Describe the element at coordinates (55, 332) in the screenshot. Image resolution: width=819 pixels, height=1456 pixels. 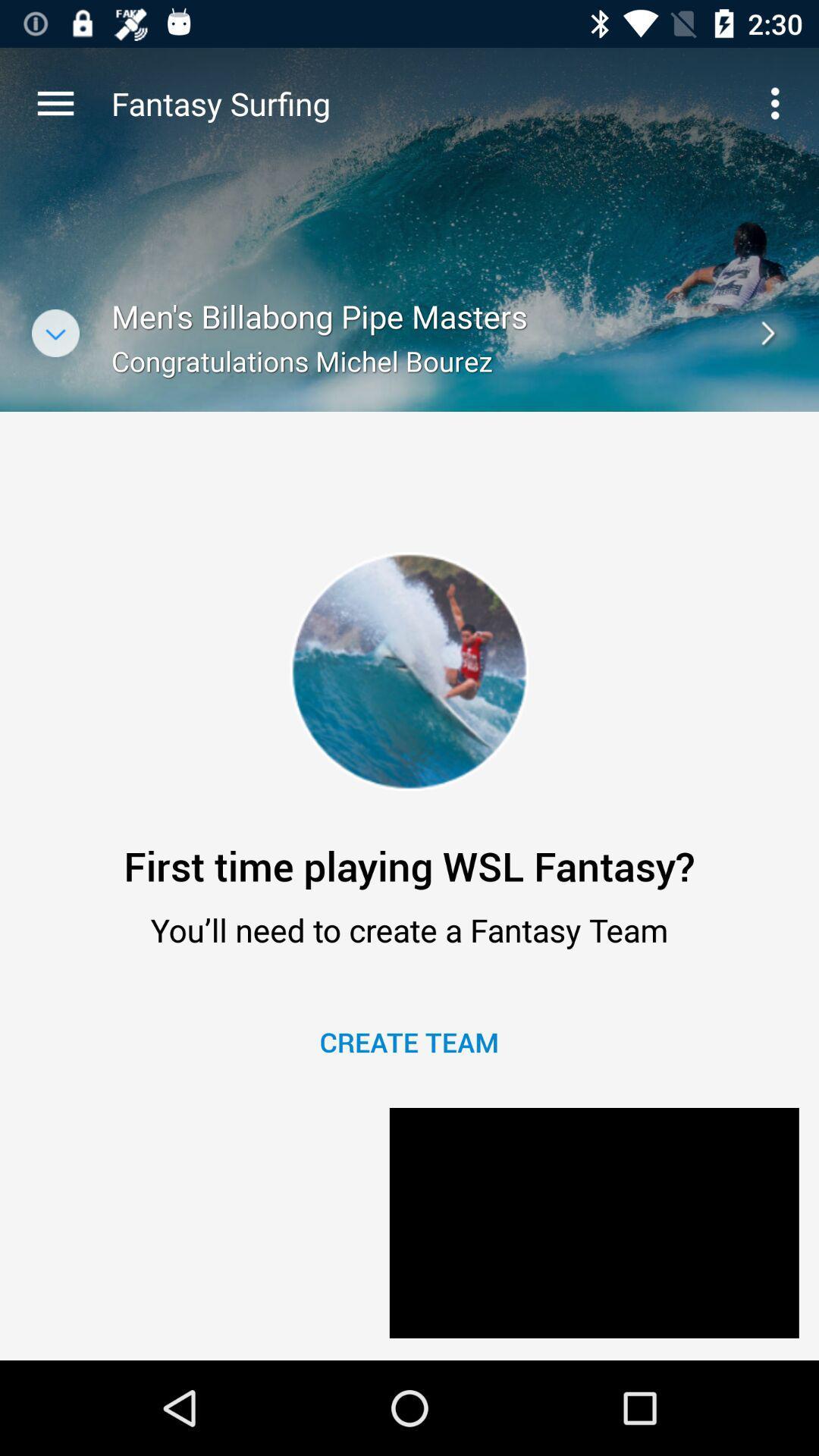
I see `open list` at that location.